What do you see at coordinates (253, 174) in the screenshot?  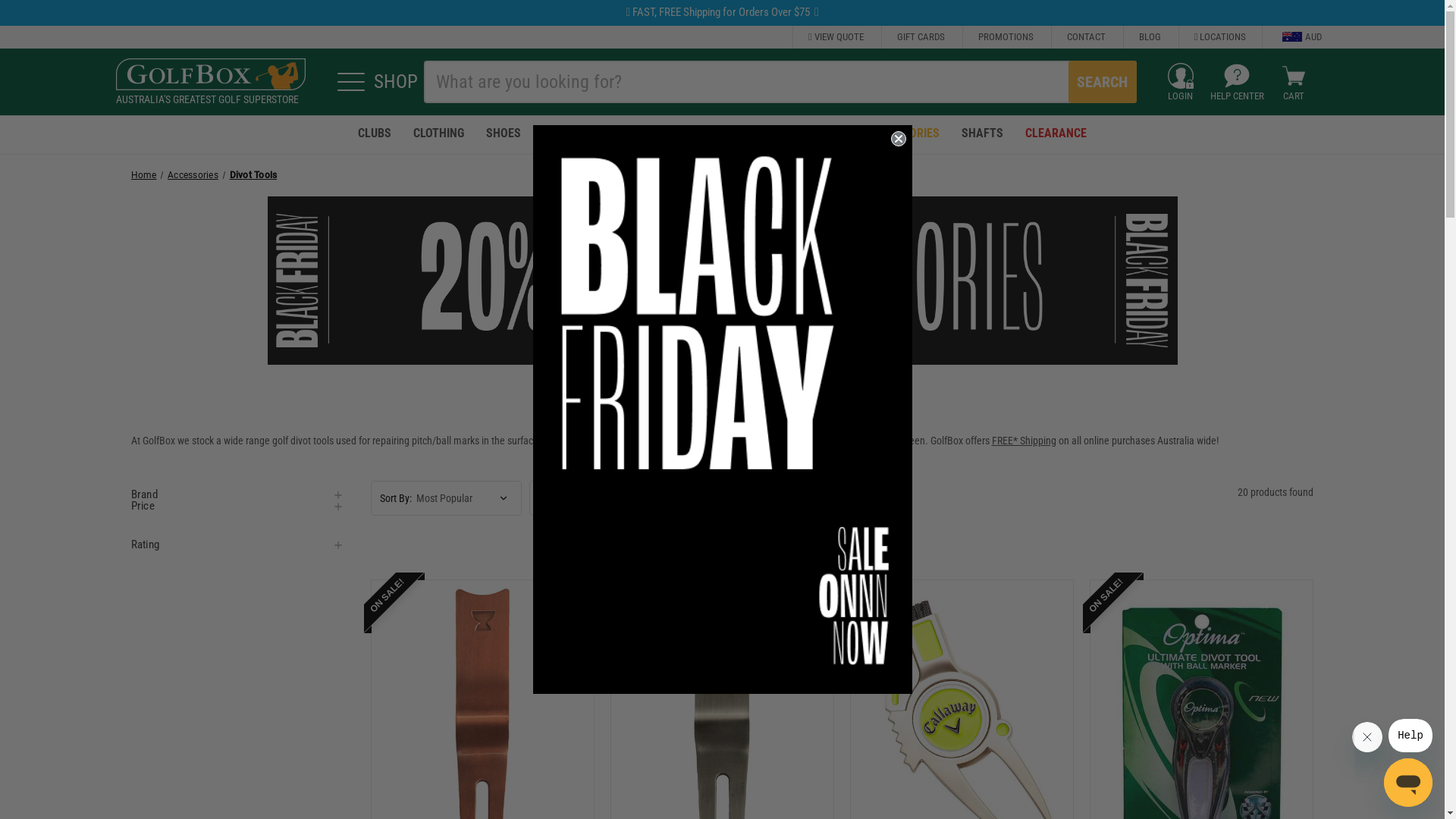 I see `'Divot Tools'` at bounding box center [253, 174].